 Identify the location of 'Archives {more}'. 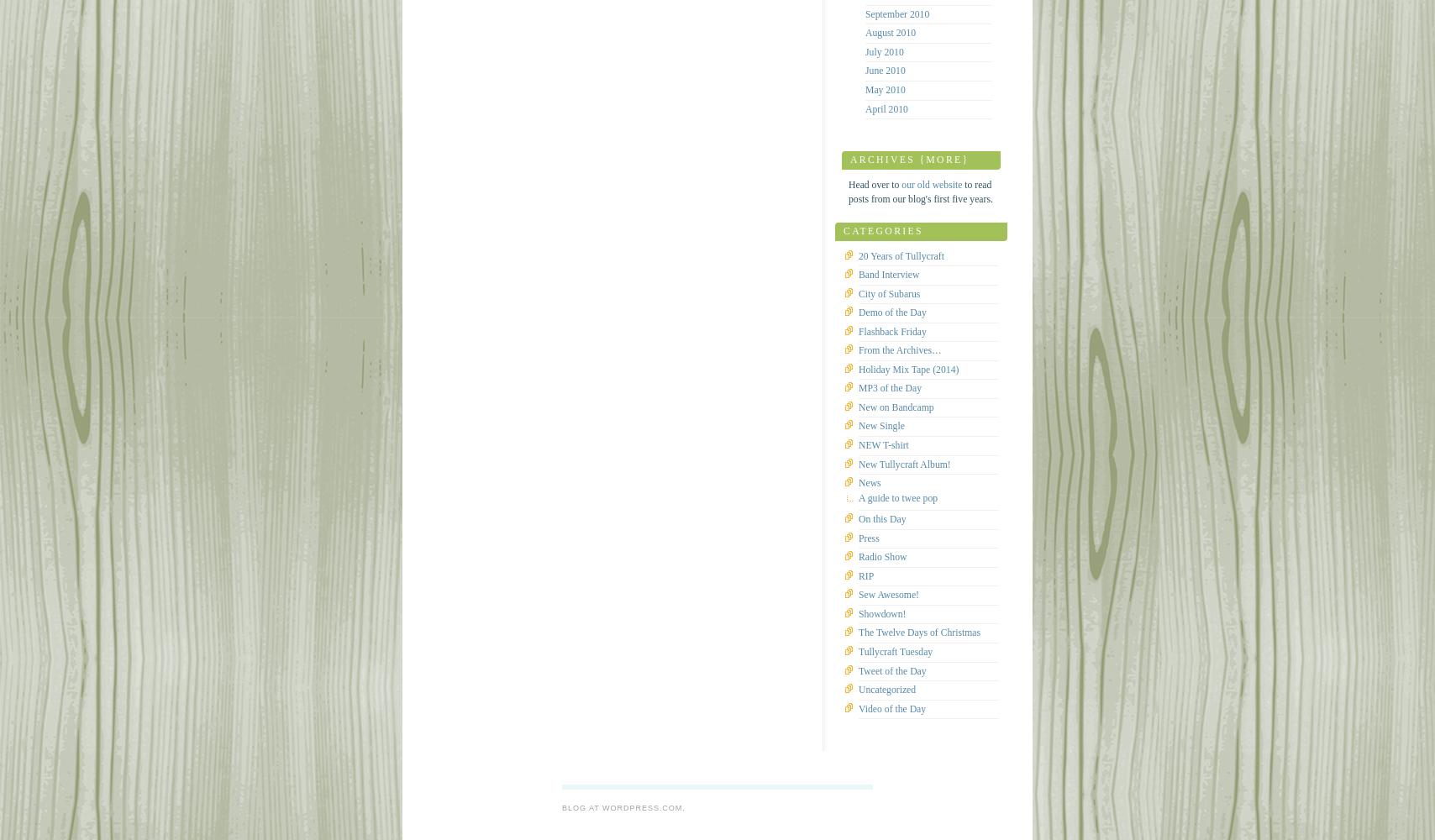
(849, 159).